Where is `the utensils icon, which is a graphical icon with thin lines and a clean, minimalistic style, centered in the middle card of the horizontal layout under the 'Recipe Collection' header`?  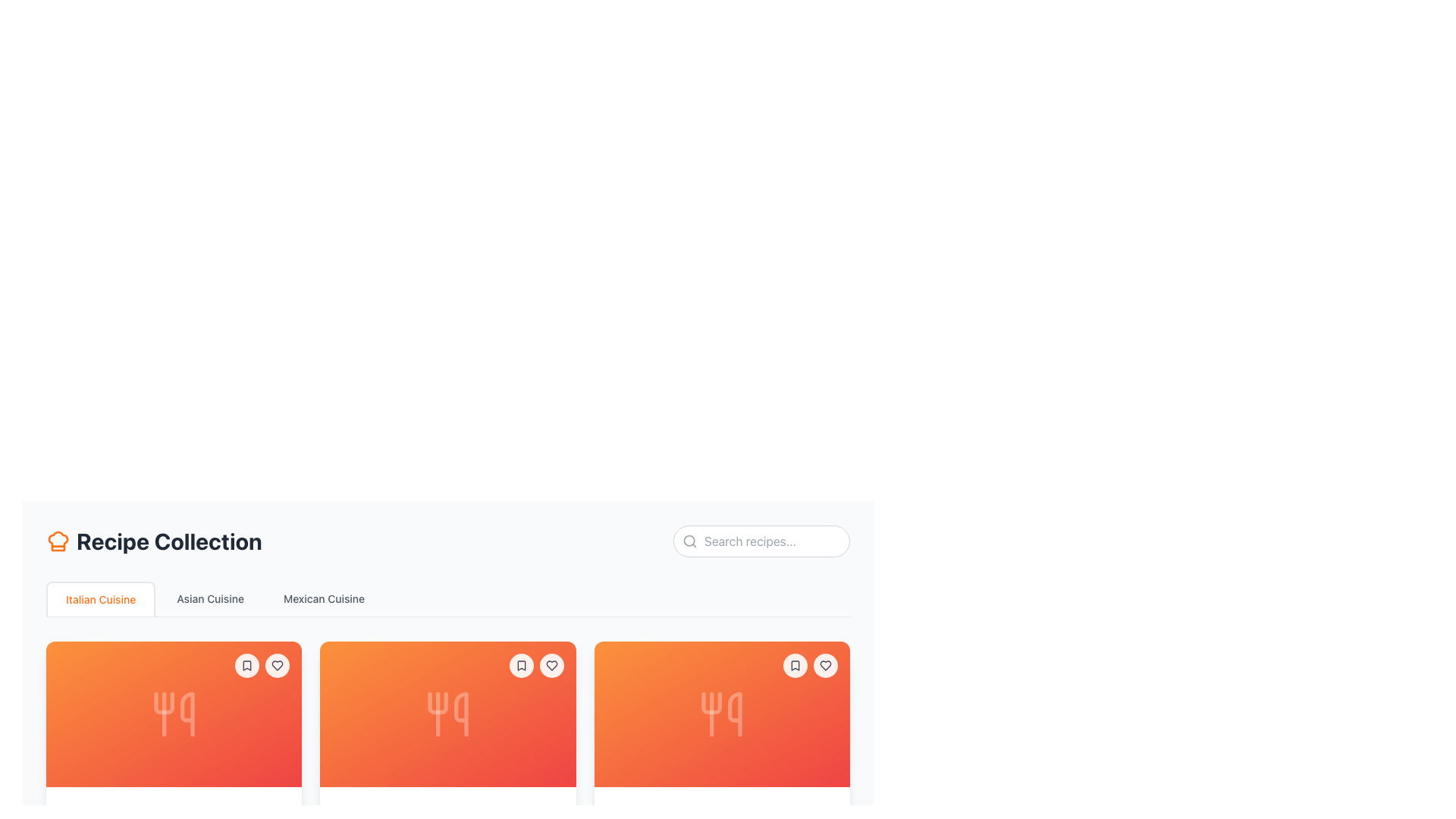
the utensils icon, which is a graphical icon with thin lines and a clean, minimalistic style, centered in the middle card of the horizontal layout under the 'Recipe Collection' header is located at coordinates (447, 714).